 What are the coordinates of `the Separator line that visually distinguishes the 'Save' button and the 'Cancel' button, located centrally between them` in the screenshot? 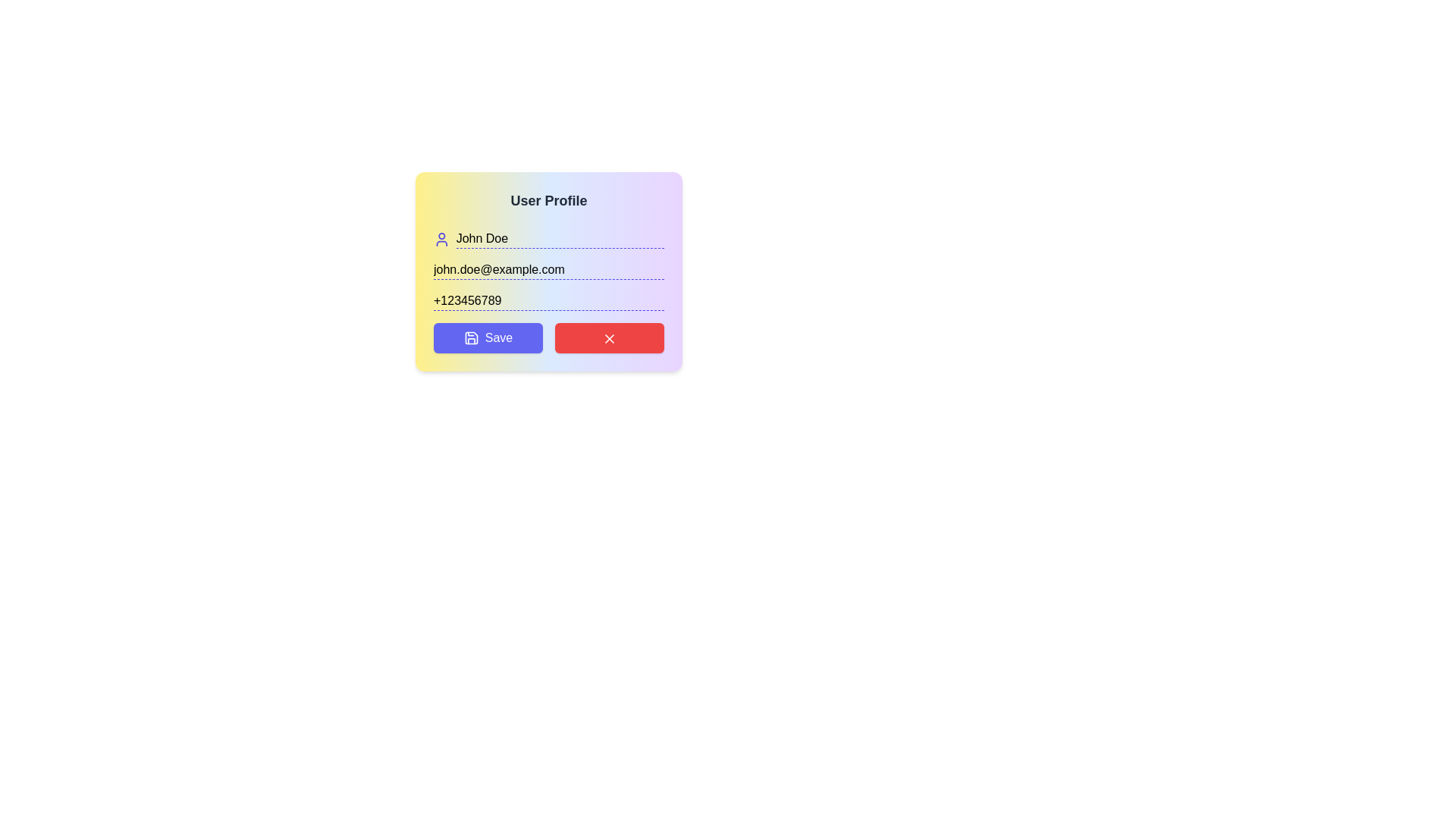 It's located at (548, 337).